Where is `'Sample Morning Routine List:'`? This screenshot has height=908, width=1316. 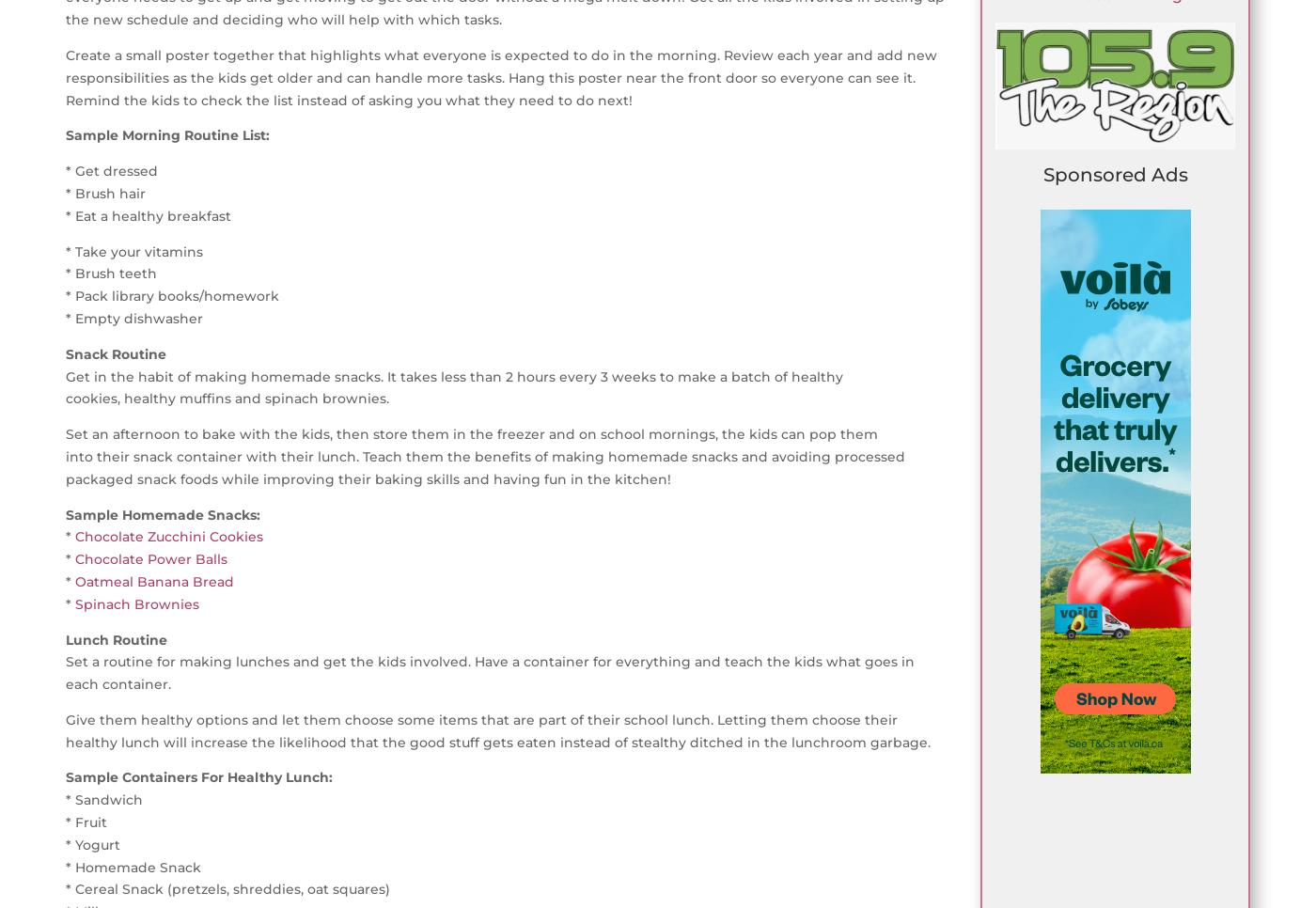 'Sample Morning Routine List:' is located at coordinates (167, 134).